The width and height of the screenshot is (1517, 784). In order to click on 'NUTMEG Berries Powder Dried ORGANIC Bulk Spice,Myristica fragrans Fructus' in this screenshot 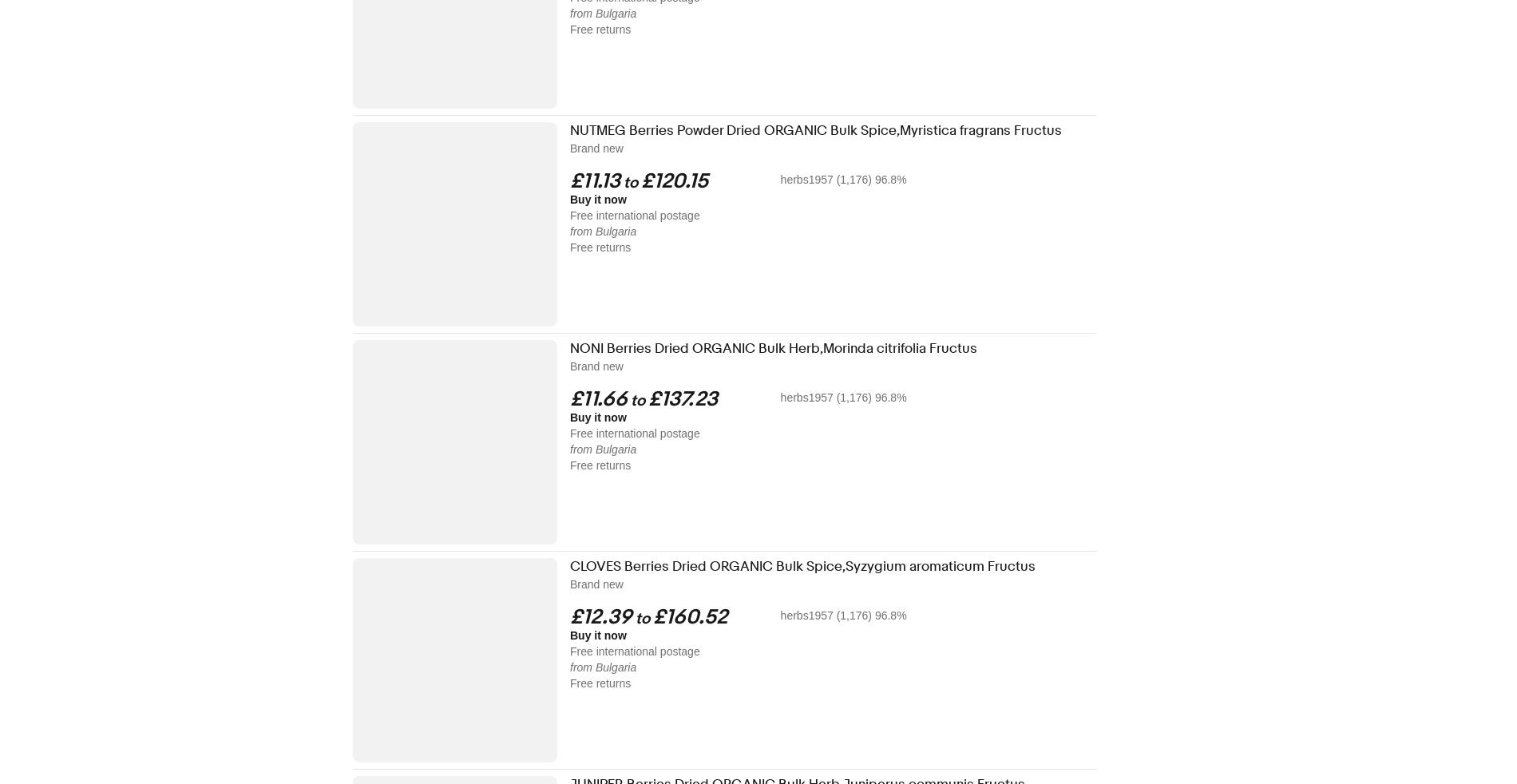, I will do `click(816, 129)`.